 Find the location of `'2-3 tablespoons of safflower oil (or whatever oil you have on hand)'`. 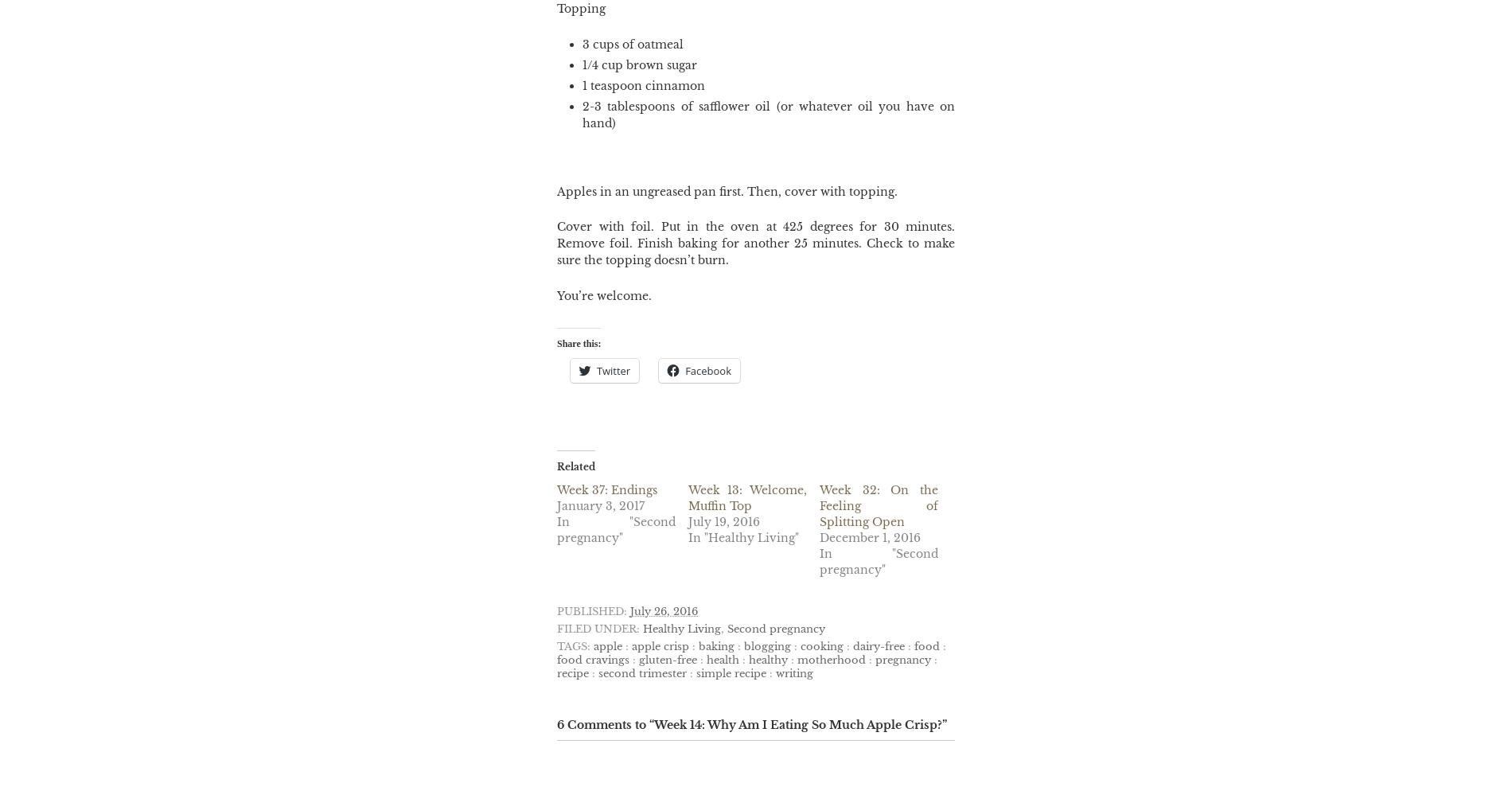

'2-3 tablespoons of safflower oil (or whatever oil you have on hand)' is located at coordinates (768, 114).